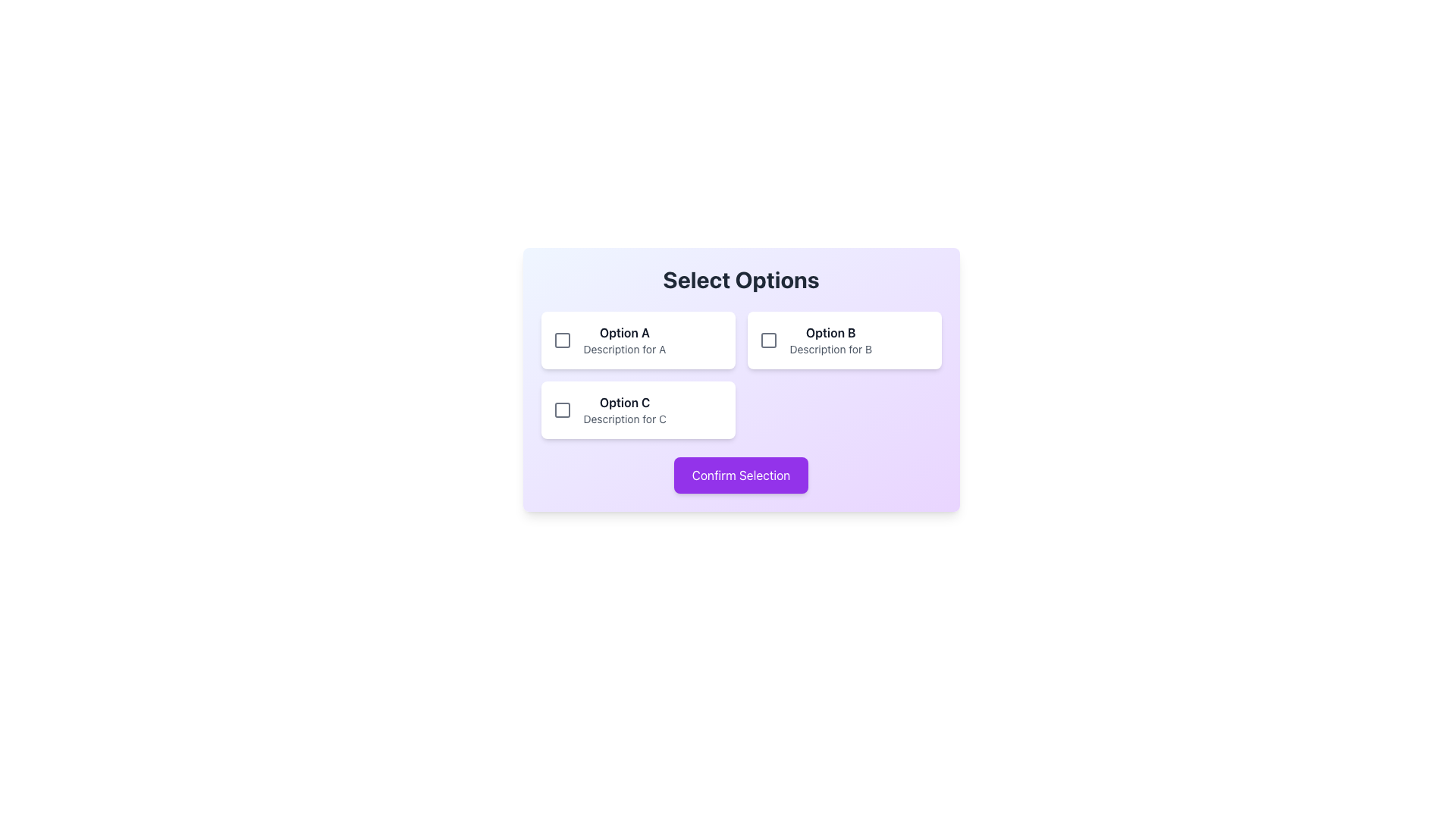  I want to click on the descriptive text label located below 'Option A' in the selection dialog, so click(624, 350).